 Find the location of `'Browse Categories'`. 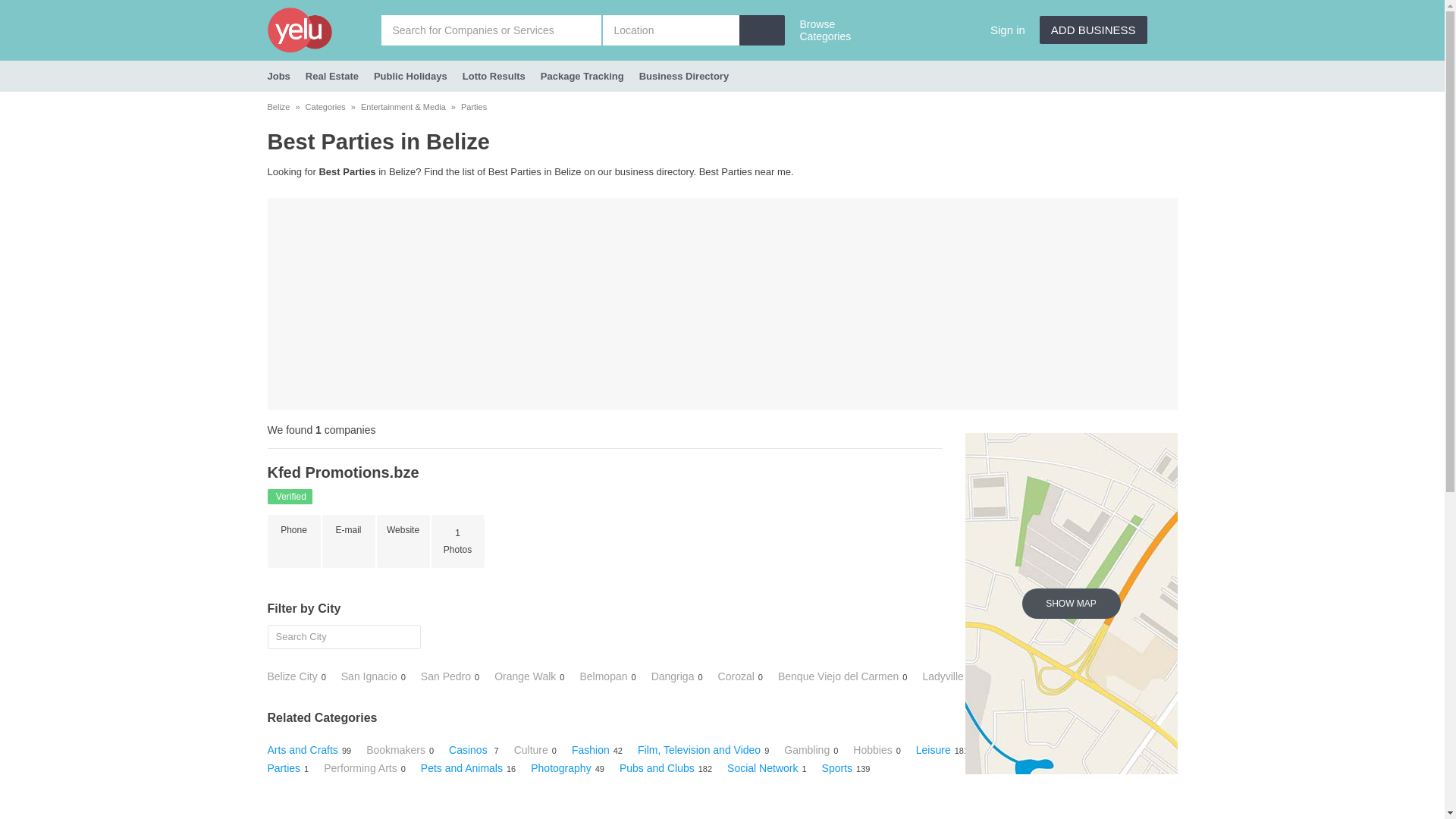

'Browse Categories' is located at coordinates (829, 32).